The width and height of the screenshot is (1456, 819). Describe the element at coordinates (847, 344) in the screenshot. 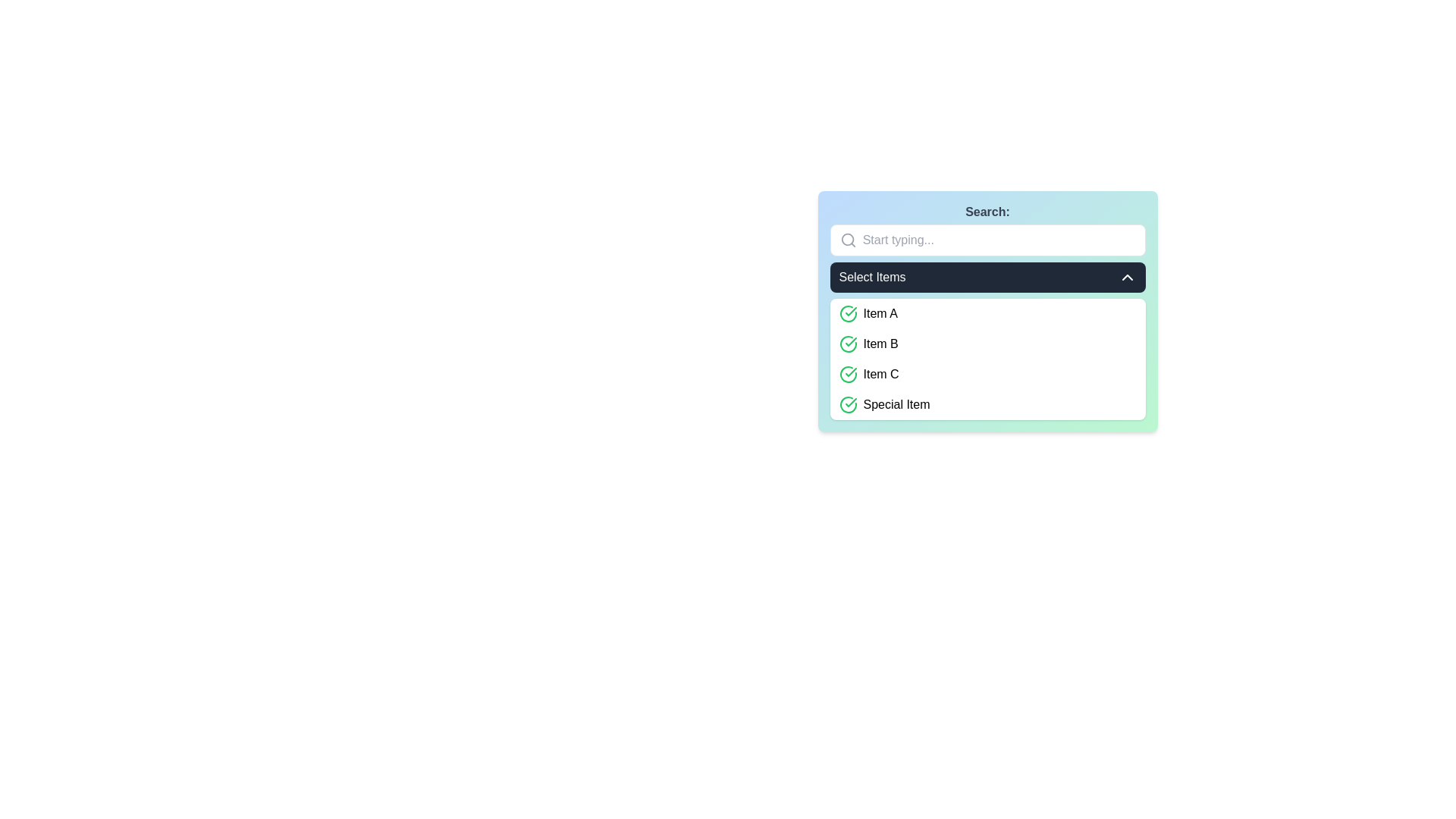

I see `the indicator icon for 'Item B' which confirms the selection of this item, located to the left of the text in the list option` at that location.